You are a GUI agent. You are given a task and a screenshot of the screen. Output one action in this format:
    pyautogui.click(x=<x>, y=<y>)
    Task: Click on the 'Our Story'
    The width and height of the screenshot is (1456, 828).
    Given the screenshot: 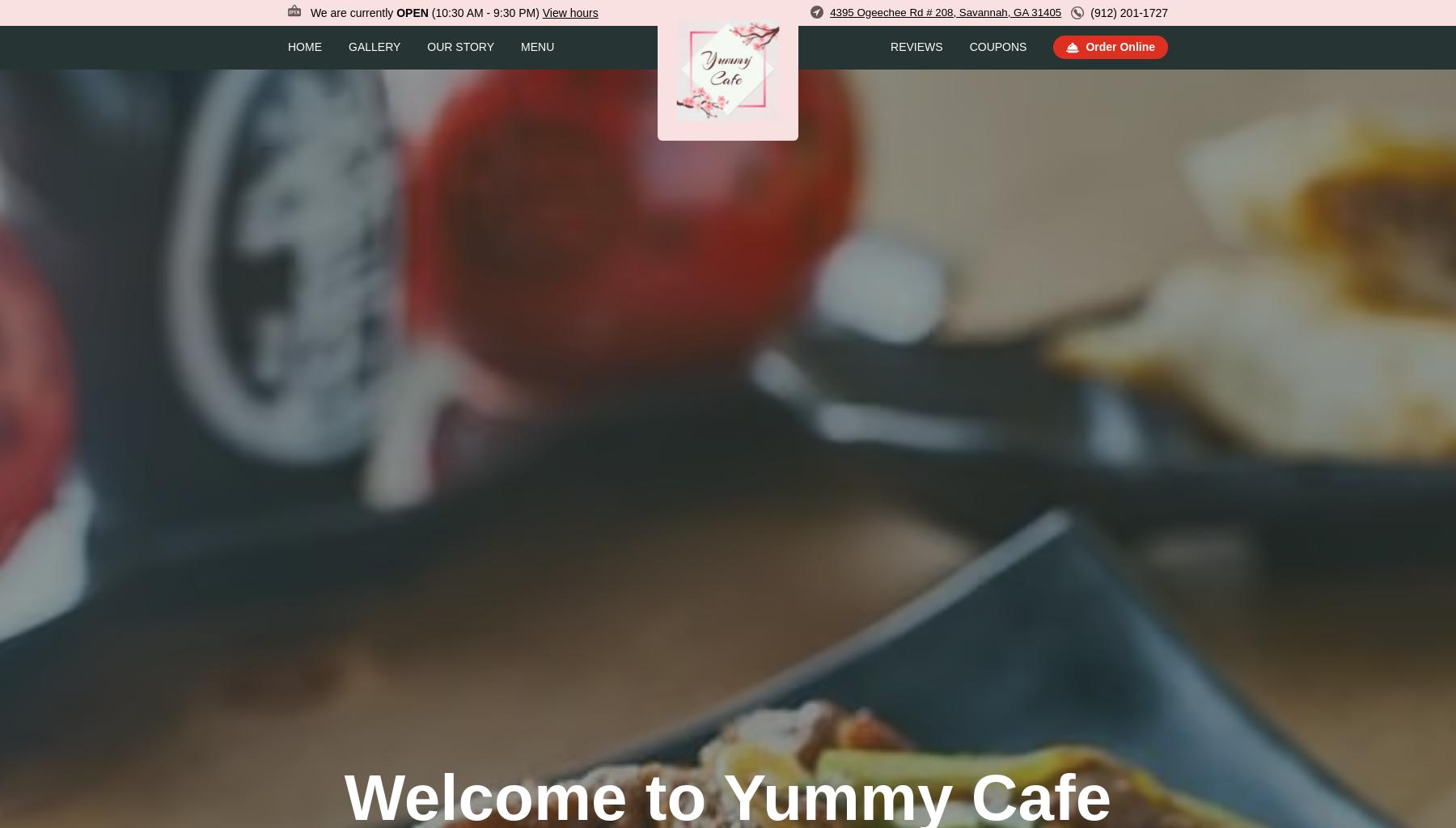 What is the action you would take?
    pyautogui.click(x=460, y=45)
    